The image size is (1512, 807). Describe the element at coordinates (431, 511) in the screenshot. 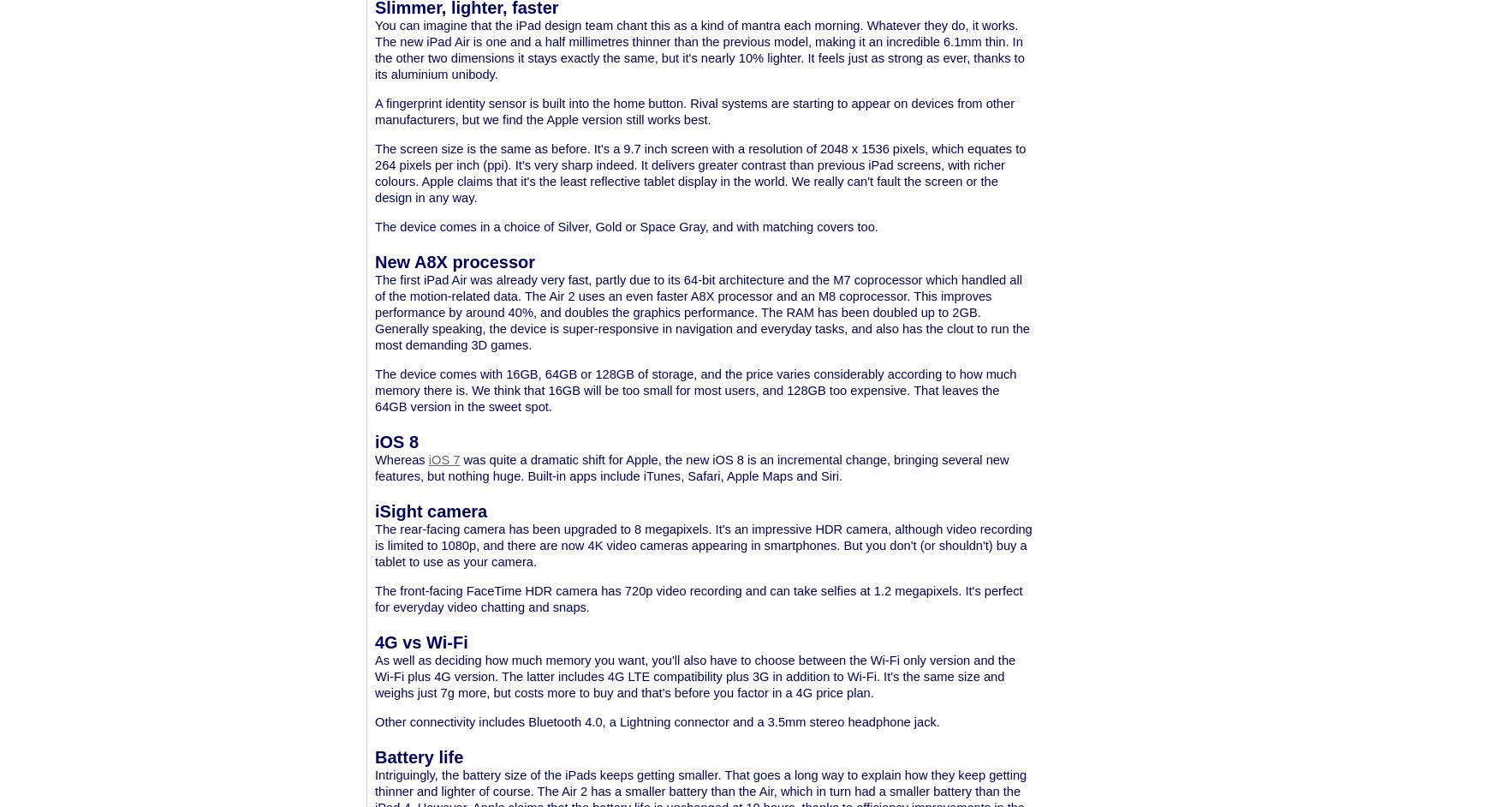

I see `'iSight camera'` at that location.